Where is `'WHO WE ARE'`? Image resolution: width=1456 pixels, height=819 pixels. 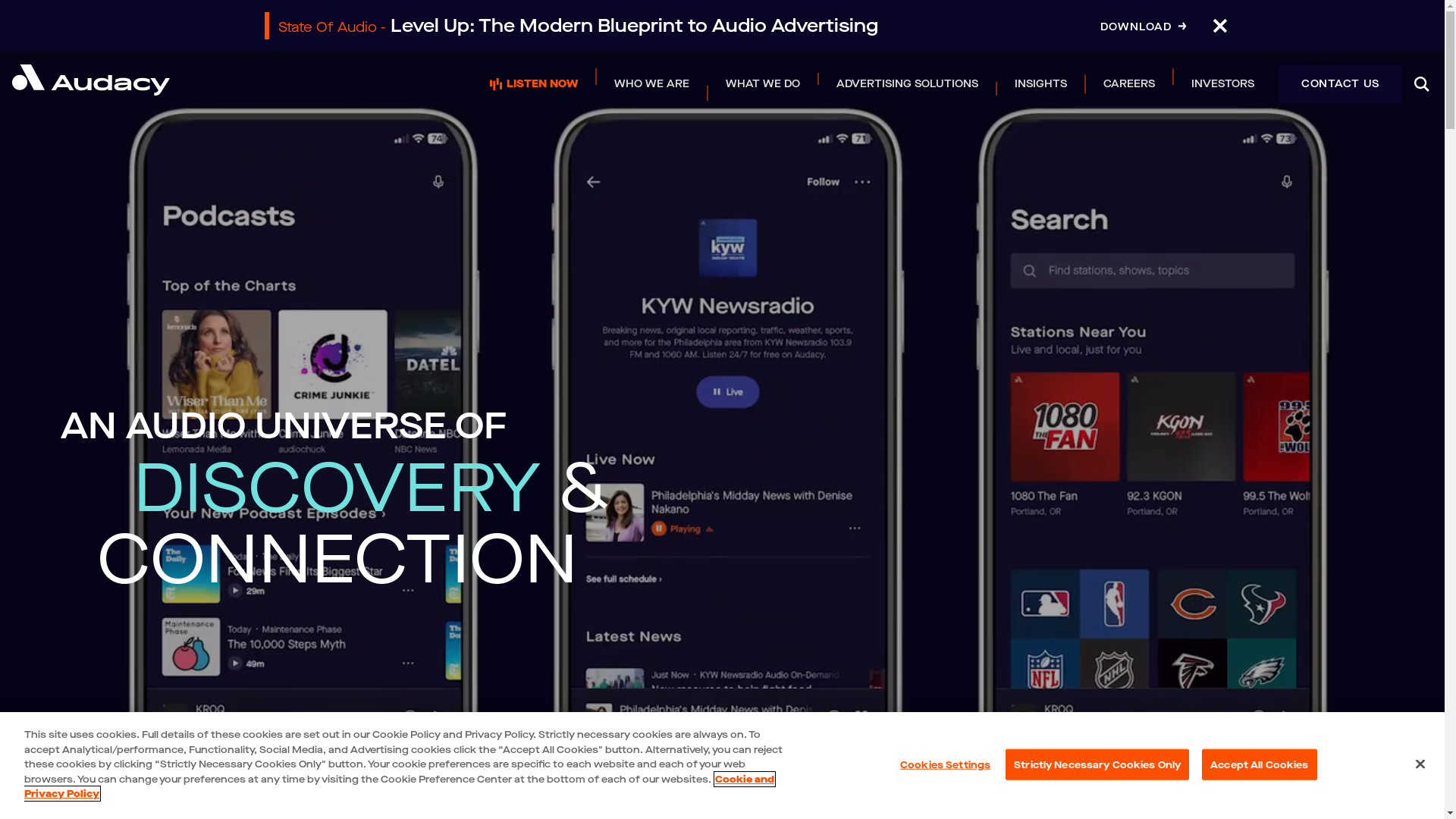
'WHO WE ARE' is located at coordinates (651, 83).